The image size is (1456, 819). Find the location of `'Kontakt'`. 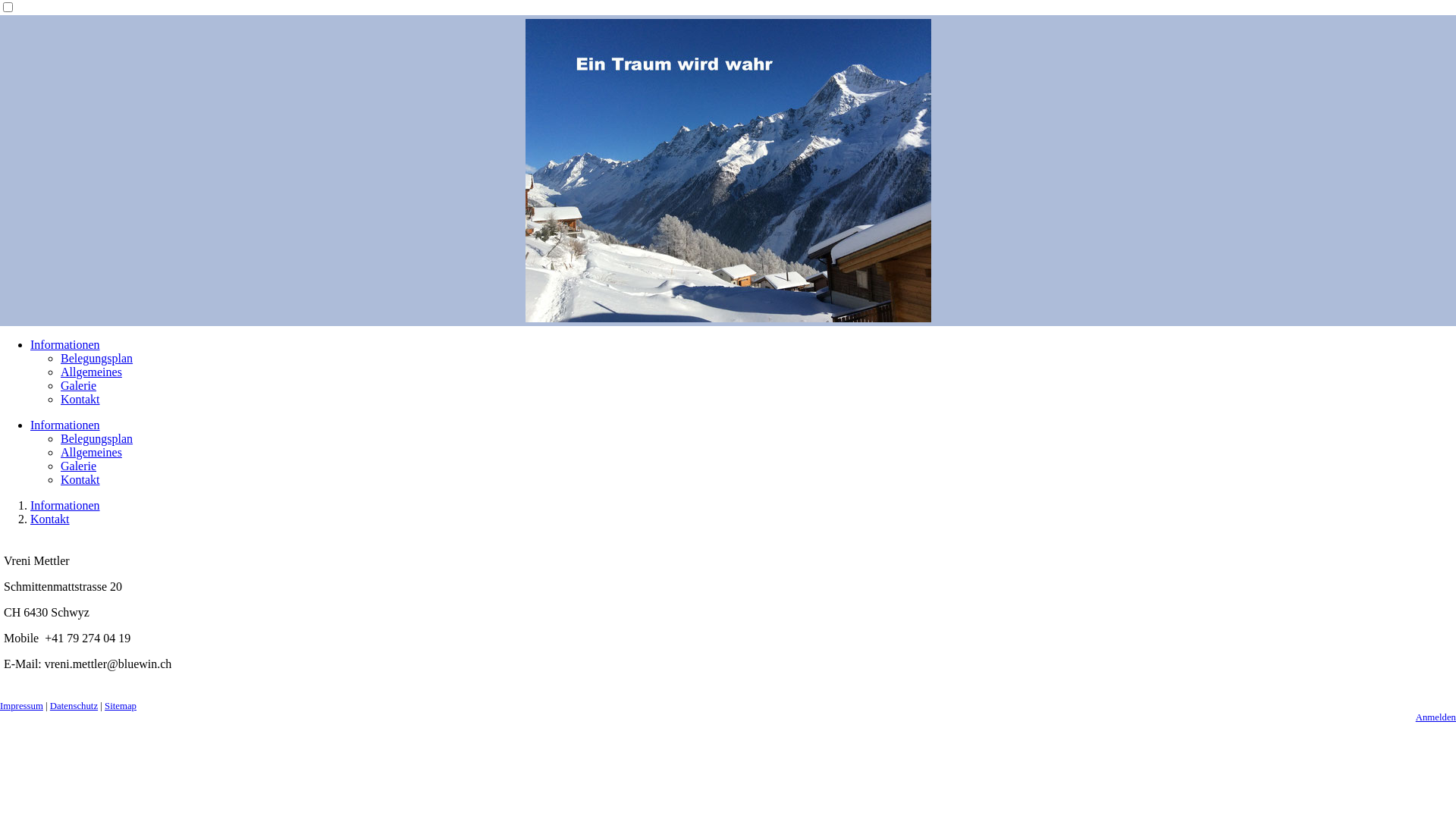

'Kontakt' is located at coordinates (79, 398).